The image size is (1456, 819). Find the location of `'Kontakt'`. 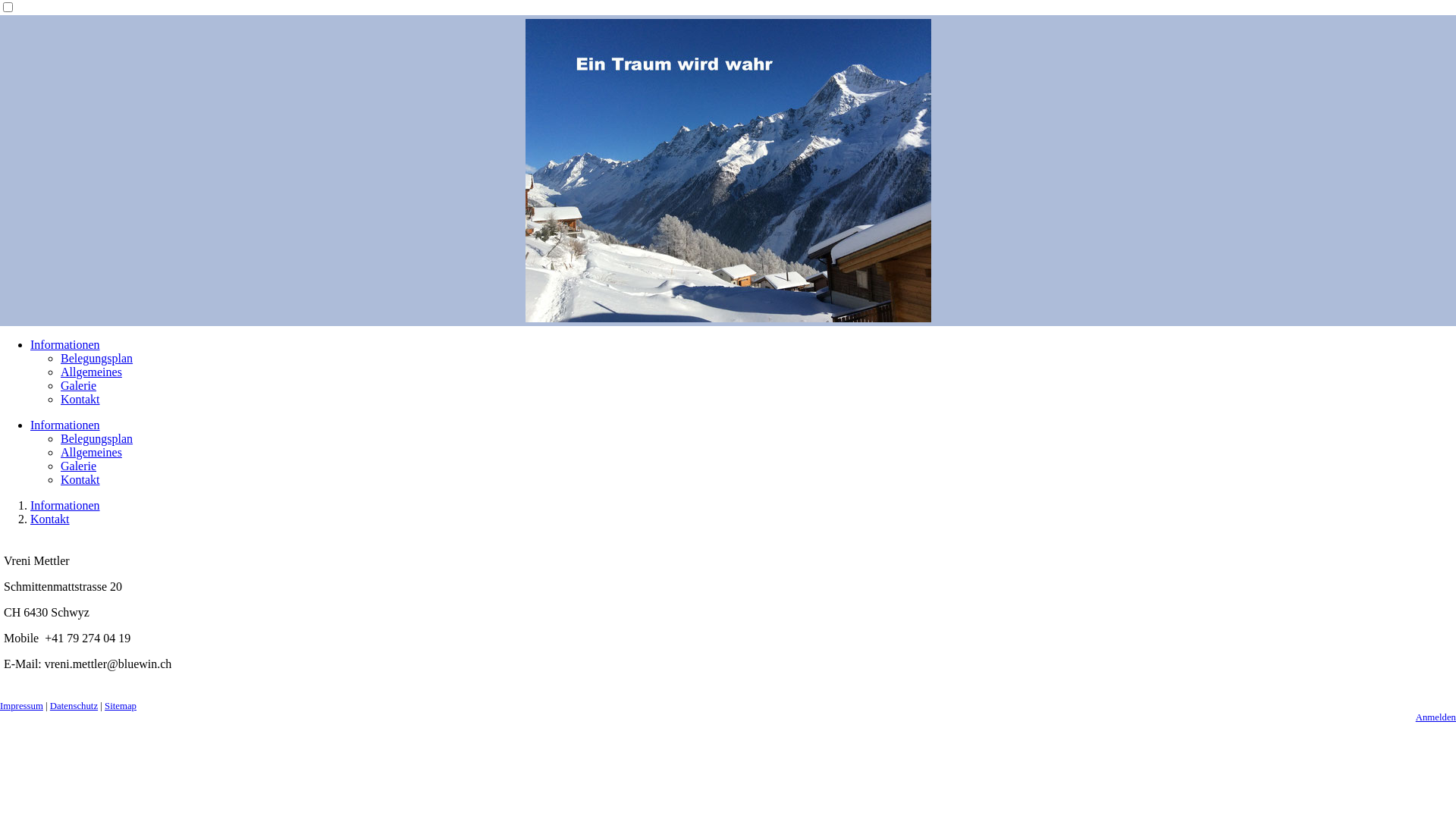

'Kontakt' is located at coordinates (79, 398).